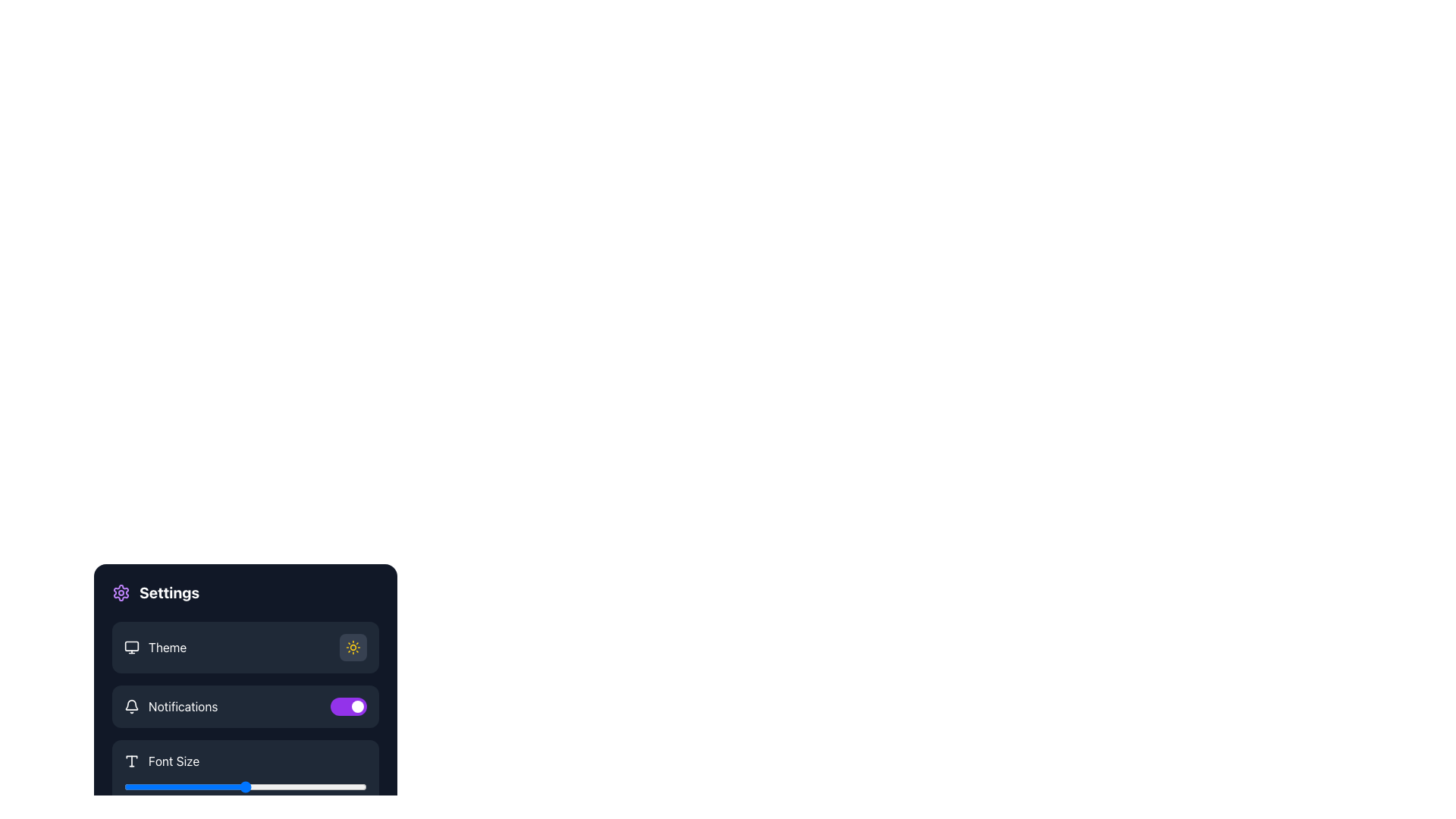 This screenshot has width=1456, height=819. I want to click on the status icon located at the right end of the 'Theme' row in the settings menu, so click(352, 647).